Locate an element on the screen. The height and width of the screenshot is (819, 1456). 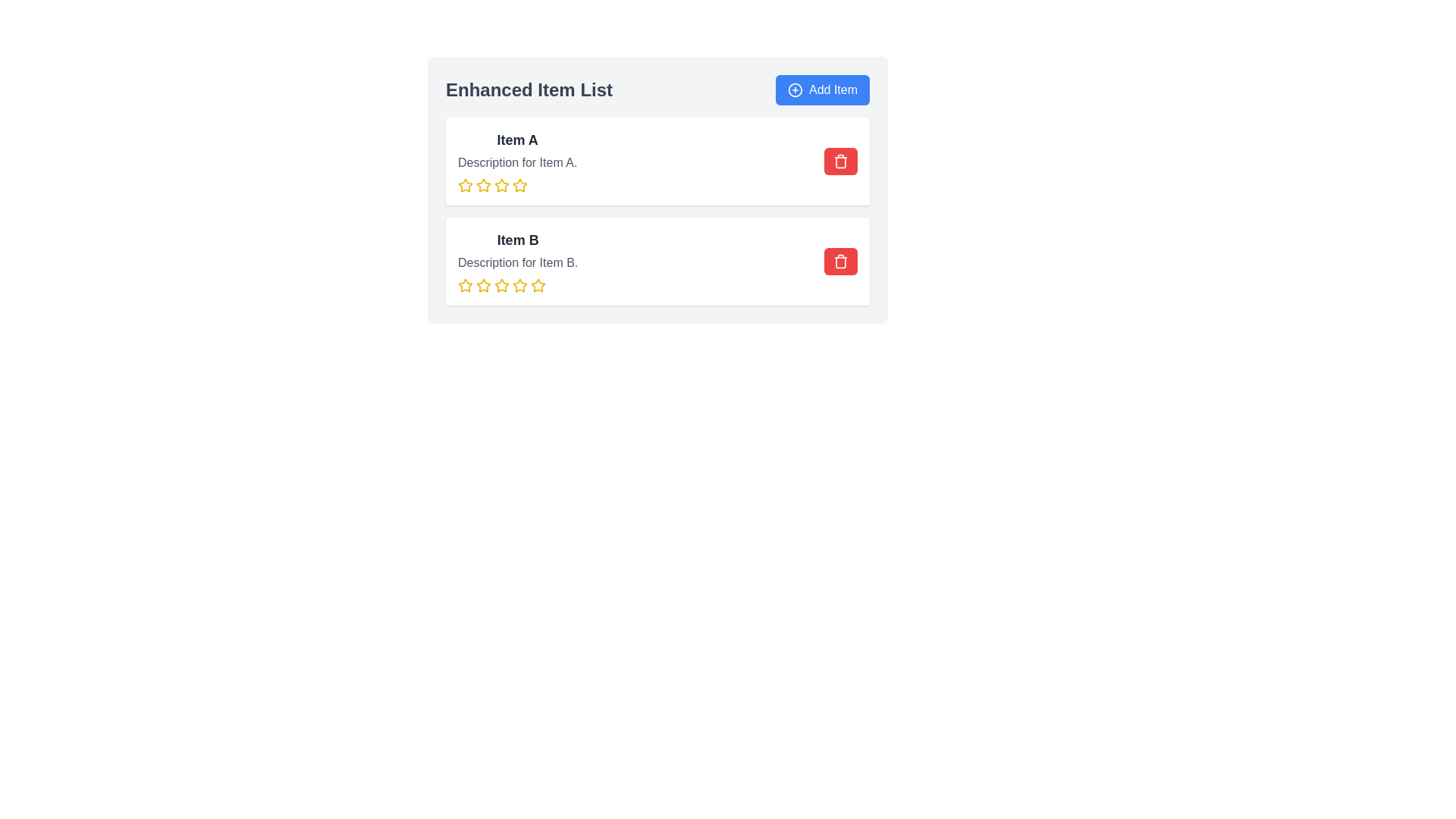
the third star from the left in the row of five stars for 'Item A' is located at coordinates (502, 184).